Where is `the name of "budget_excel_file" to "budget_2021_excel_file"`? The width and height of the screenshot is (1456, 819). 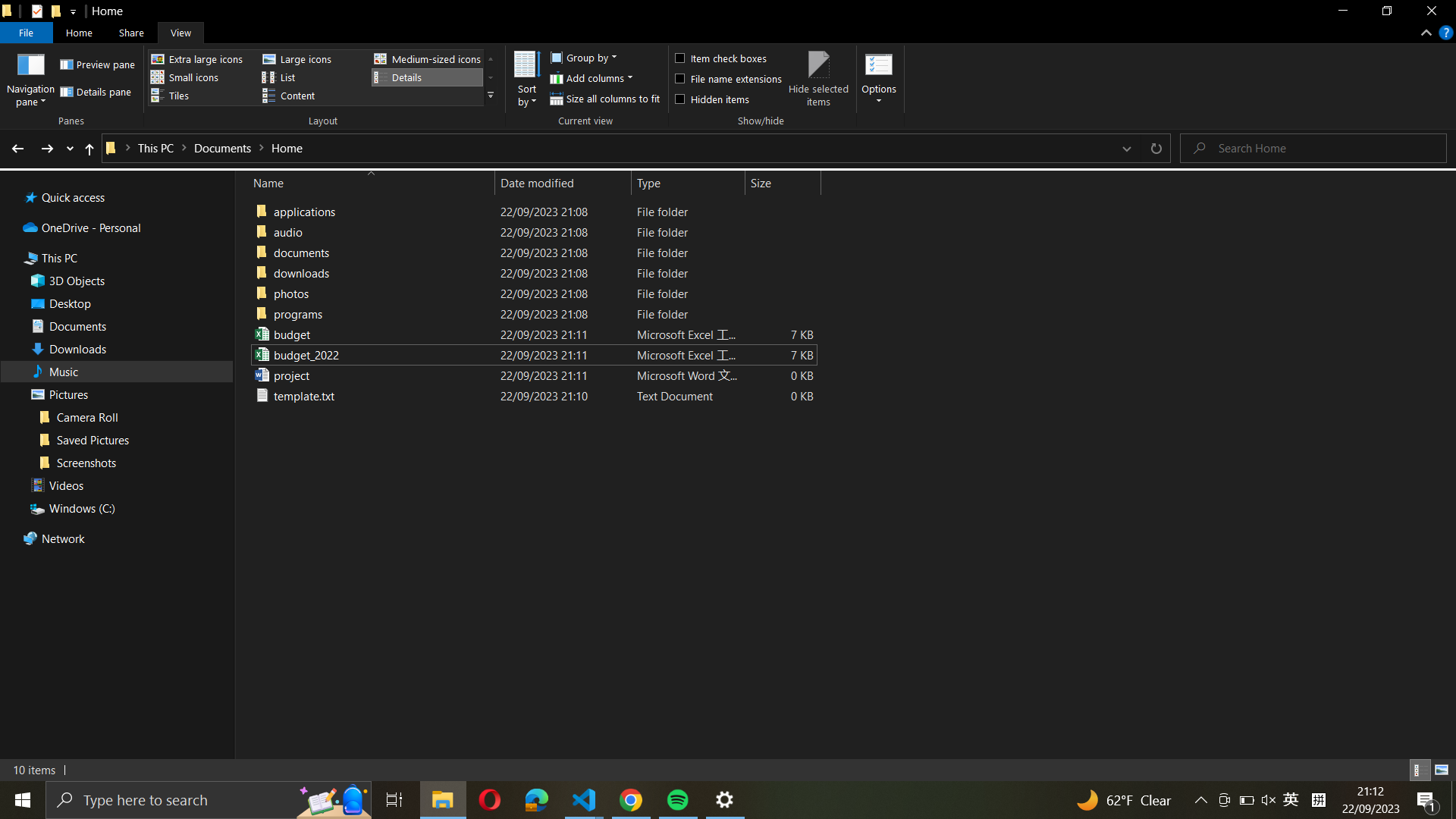
the name of "budget_excel_file" to "budget_2021_excel_file" is located at coordinates (531, 333).